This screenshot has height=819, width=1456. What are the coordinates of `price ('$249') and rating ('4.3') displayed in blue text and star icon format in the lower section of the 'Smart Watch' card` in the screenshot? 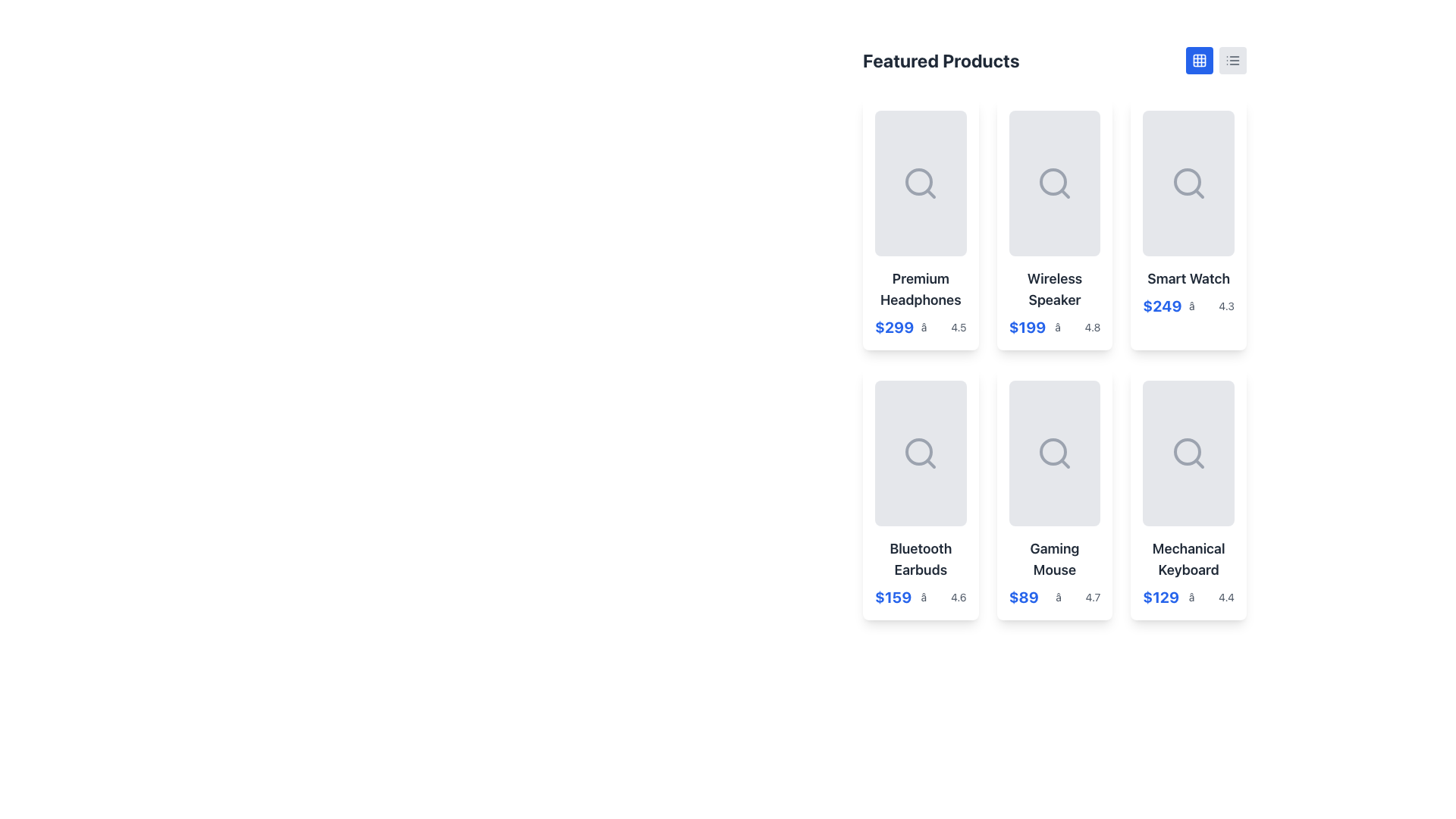 It's located at (1188, 306).